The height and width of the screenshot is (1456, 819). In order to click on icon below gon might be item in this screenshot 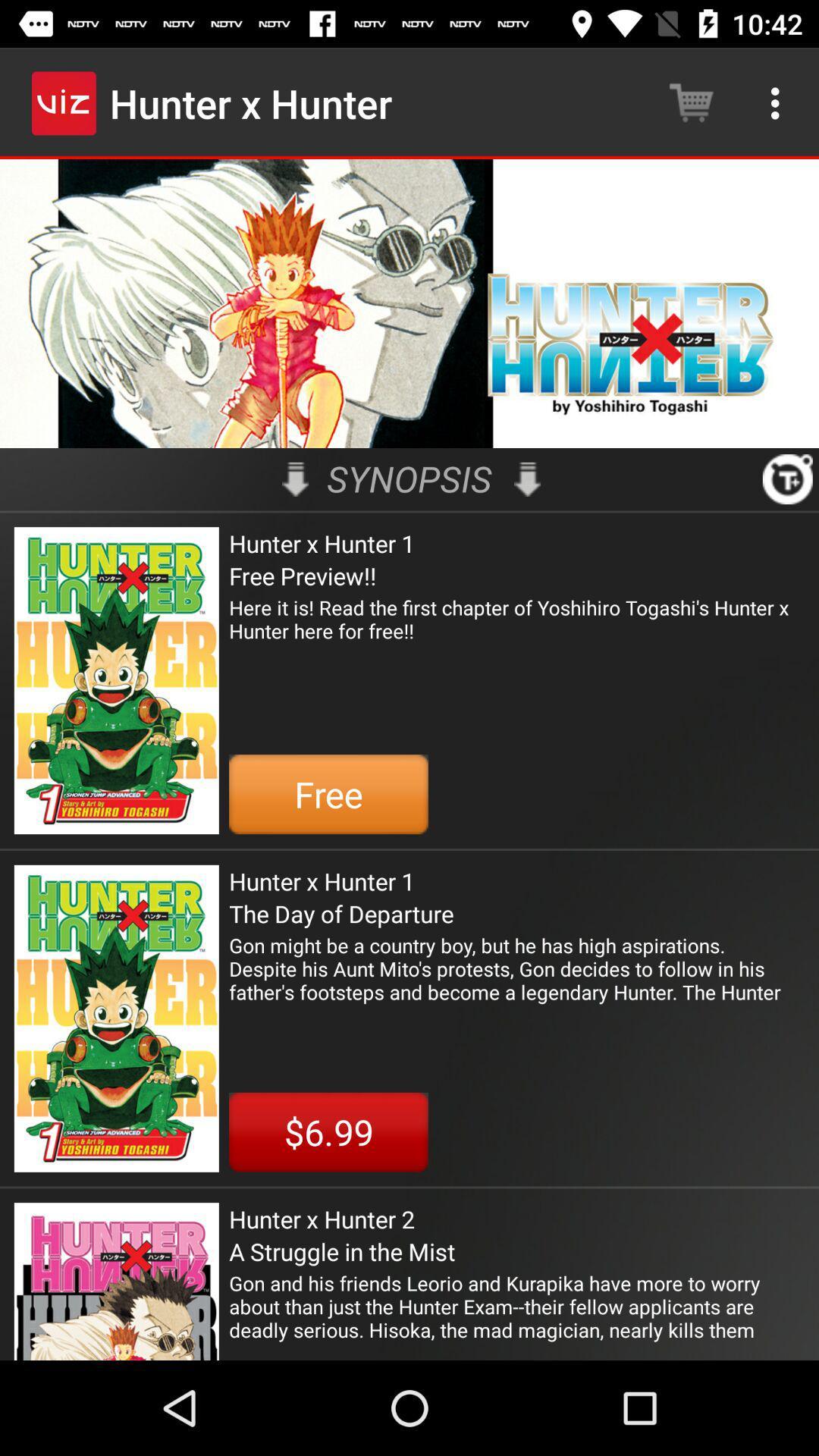, I will do `click(328, 1132)`.